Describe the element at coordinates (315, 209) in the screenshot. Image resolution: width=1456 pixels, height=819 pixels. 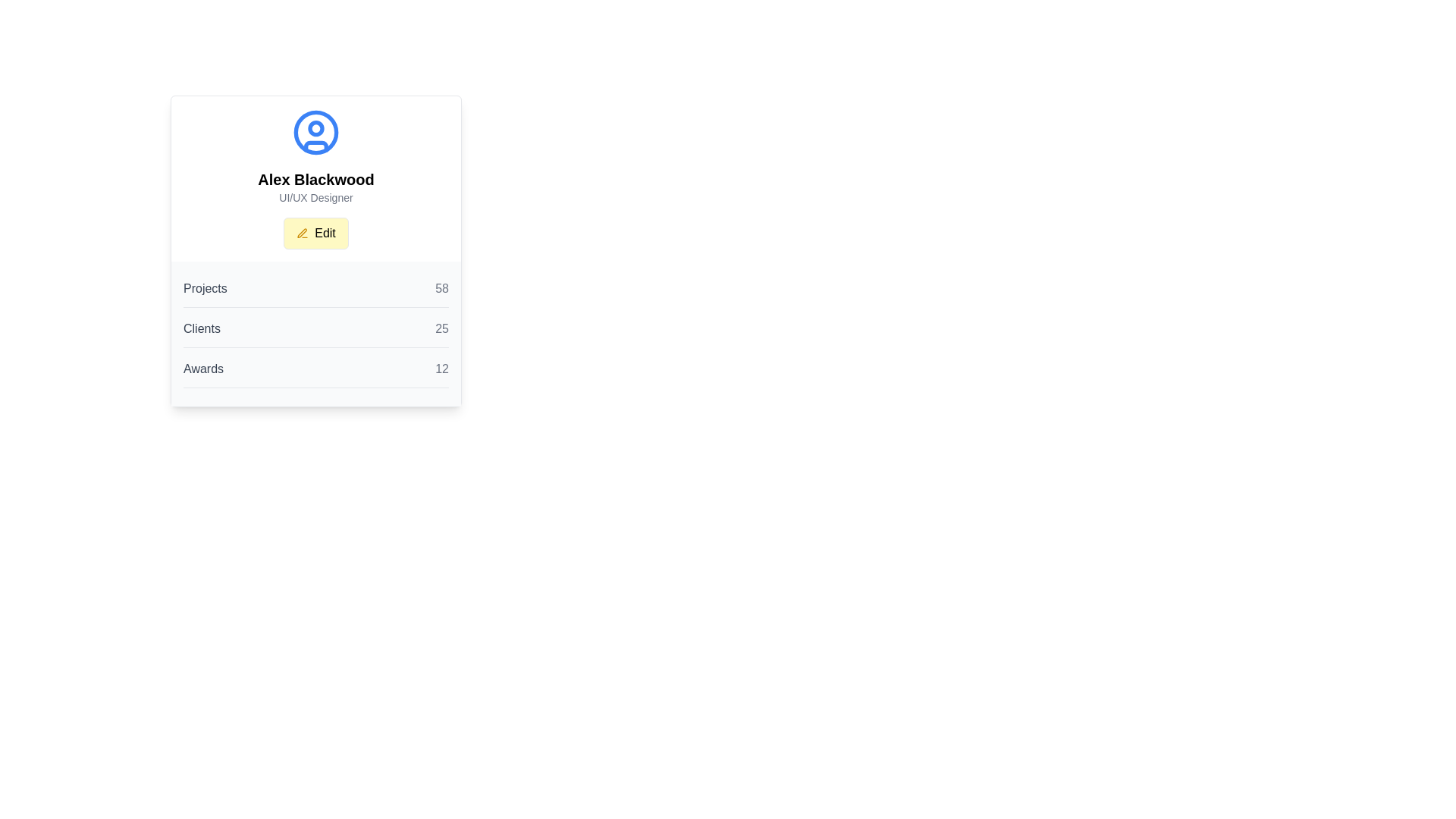
I see `the displayed text in the Profile information section, which includes the user's name, role, and the 'Edit' button located in the upper center of the profile card` at that location.